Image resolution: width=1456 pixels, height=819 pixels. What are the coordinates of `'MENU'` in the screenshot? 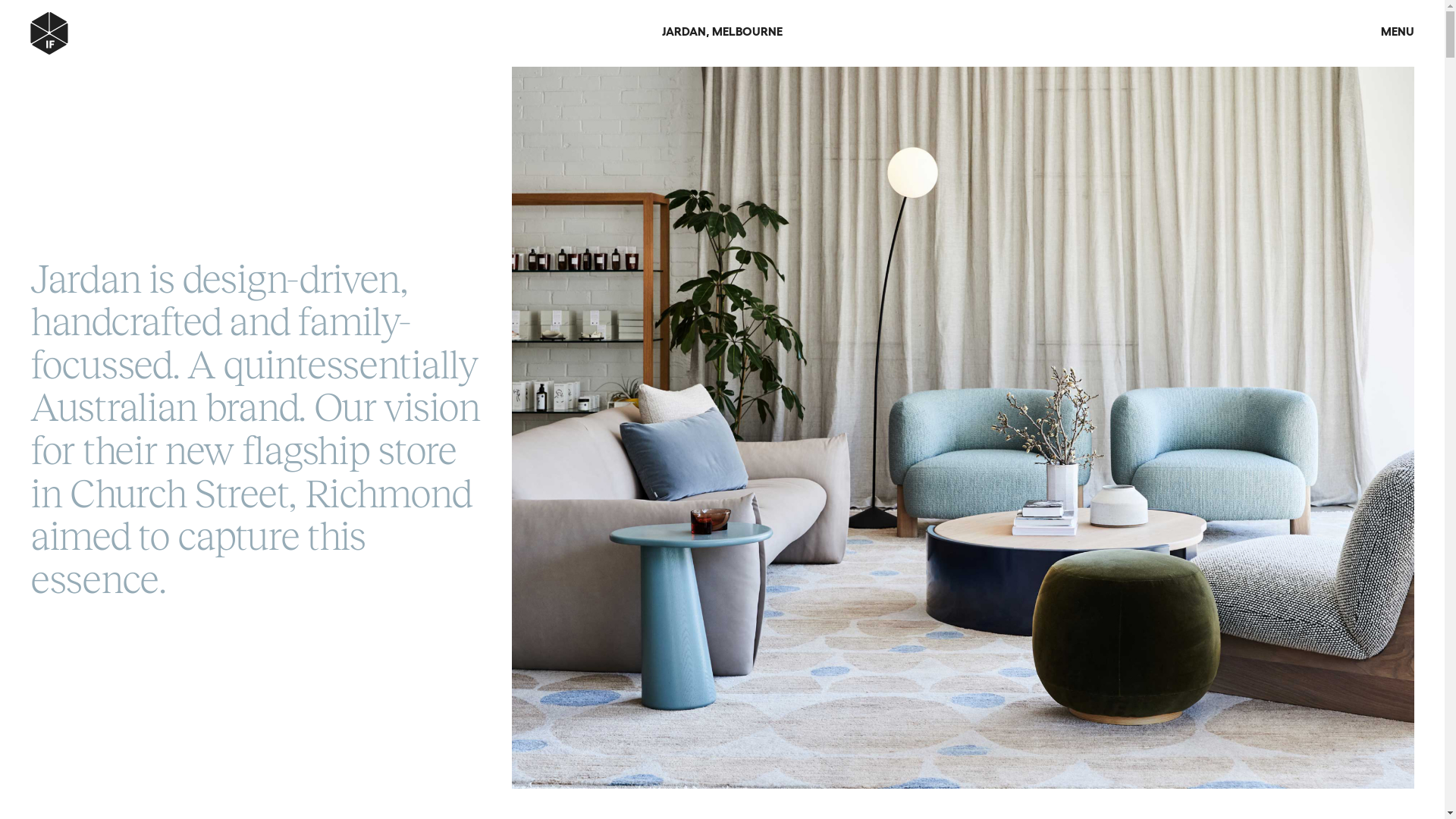 It's located at (1397, 30).